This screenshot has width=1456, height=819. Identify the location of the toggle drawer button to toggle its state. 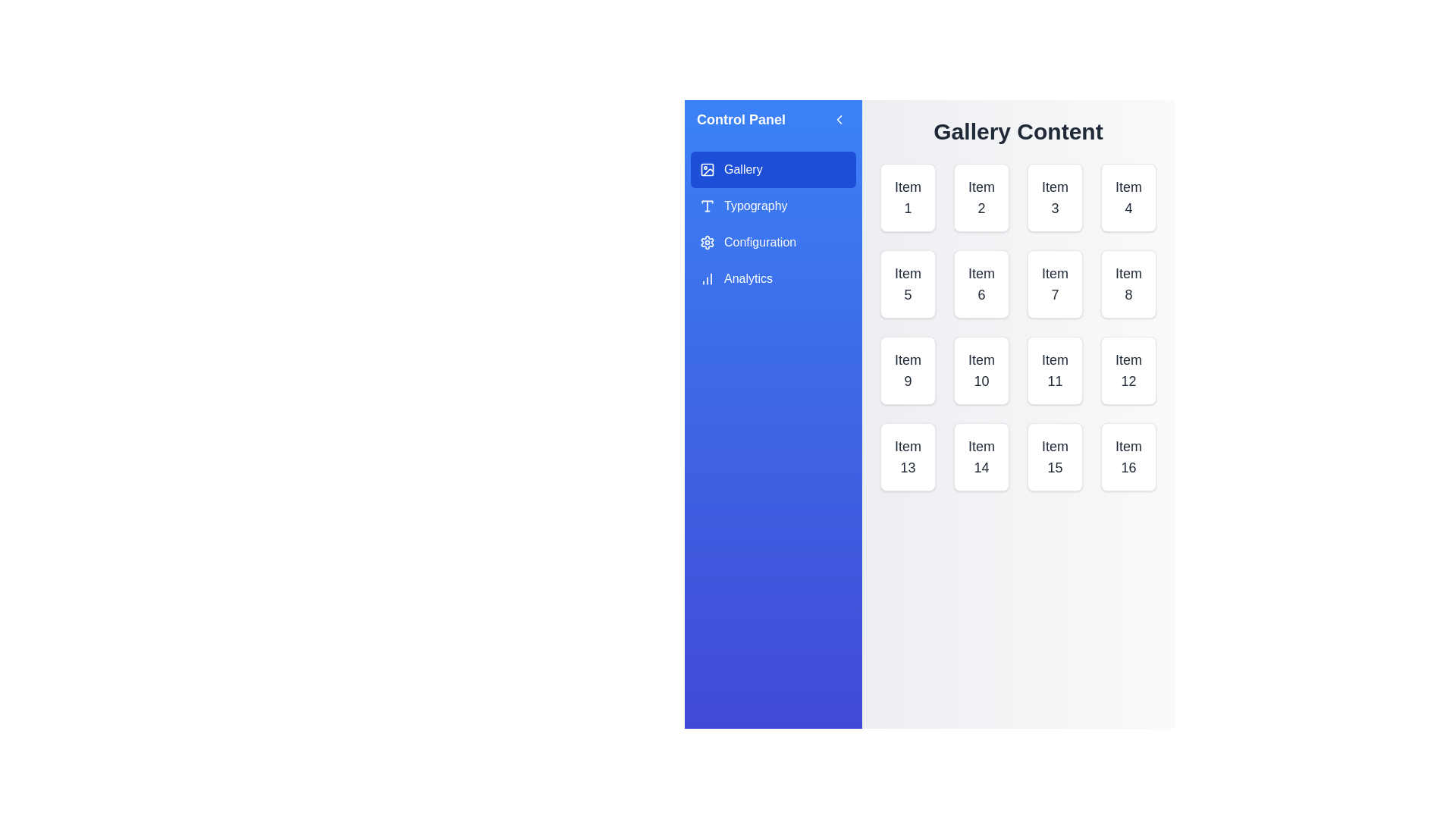
(838, 119).